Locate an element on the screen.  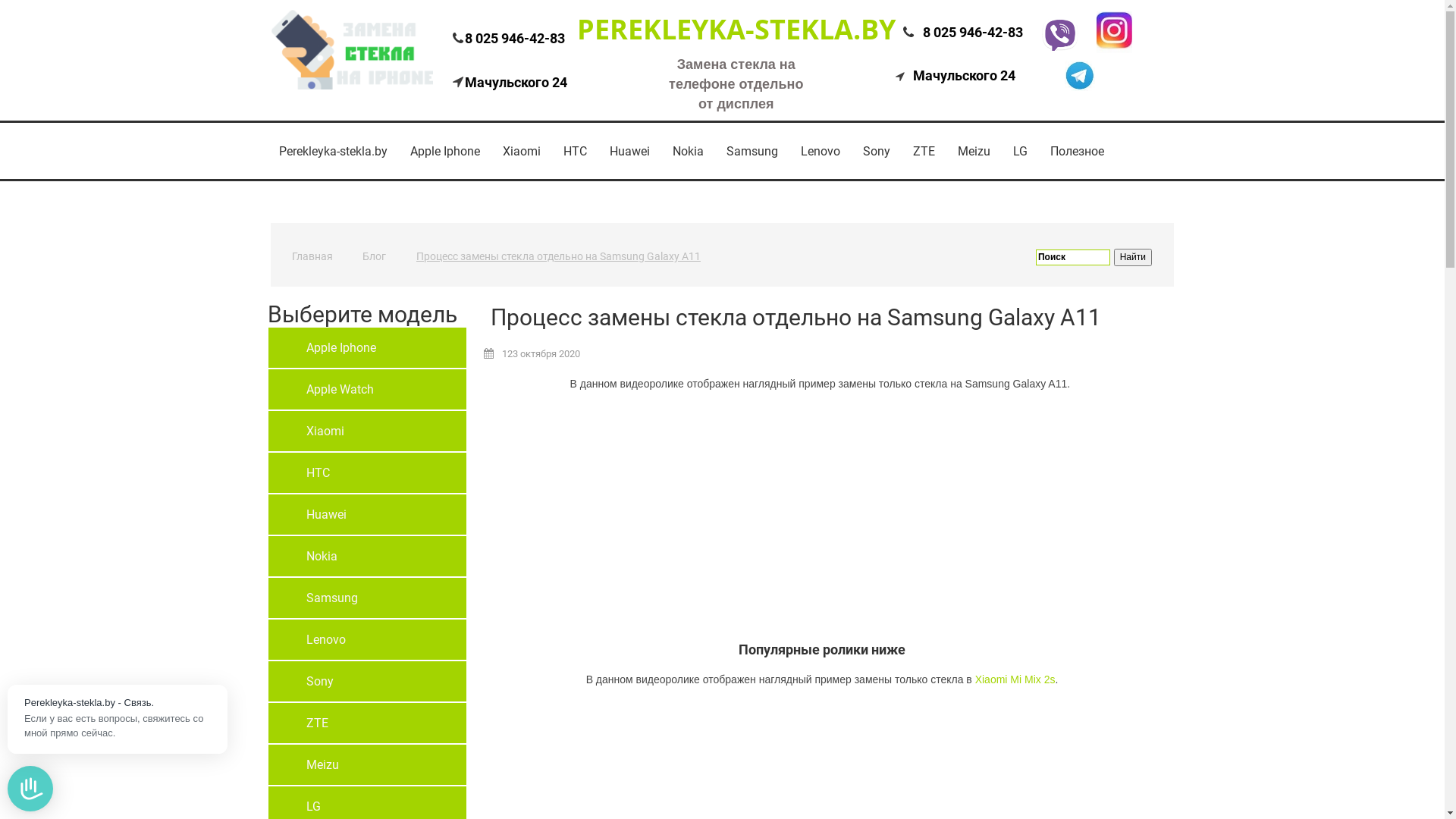
'Lenovo' is located at coordinates (366, 639).